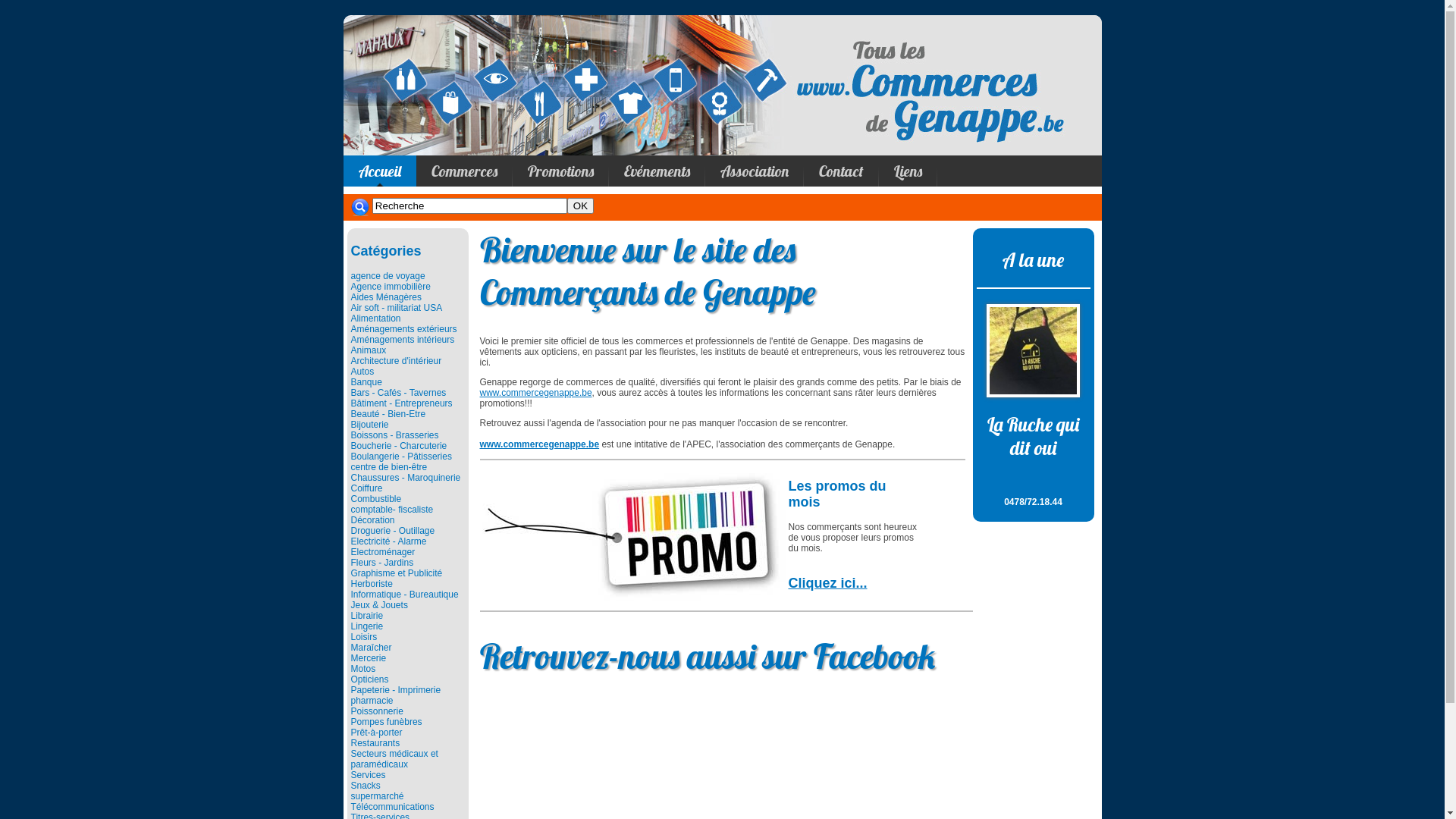 Image resolution: width=1456 pixels, height=819 pixels. What do you see at coordinates (378, 604) in the screenshot?
I see `'Jeux & Jouets'` at bounding box center [378, 604].